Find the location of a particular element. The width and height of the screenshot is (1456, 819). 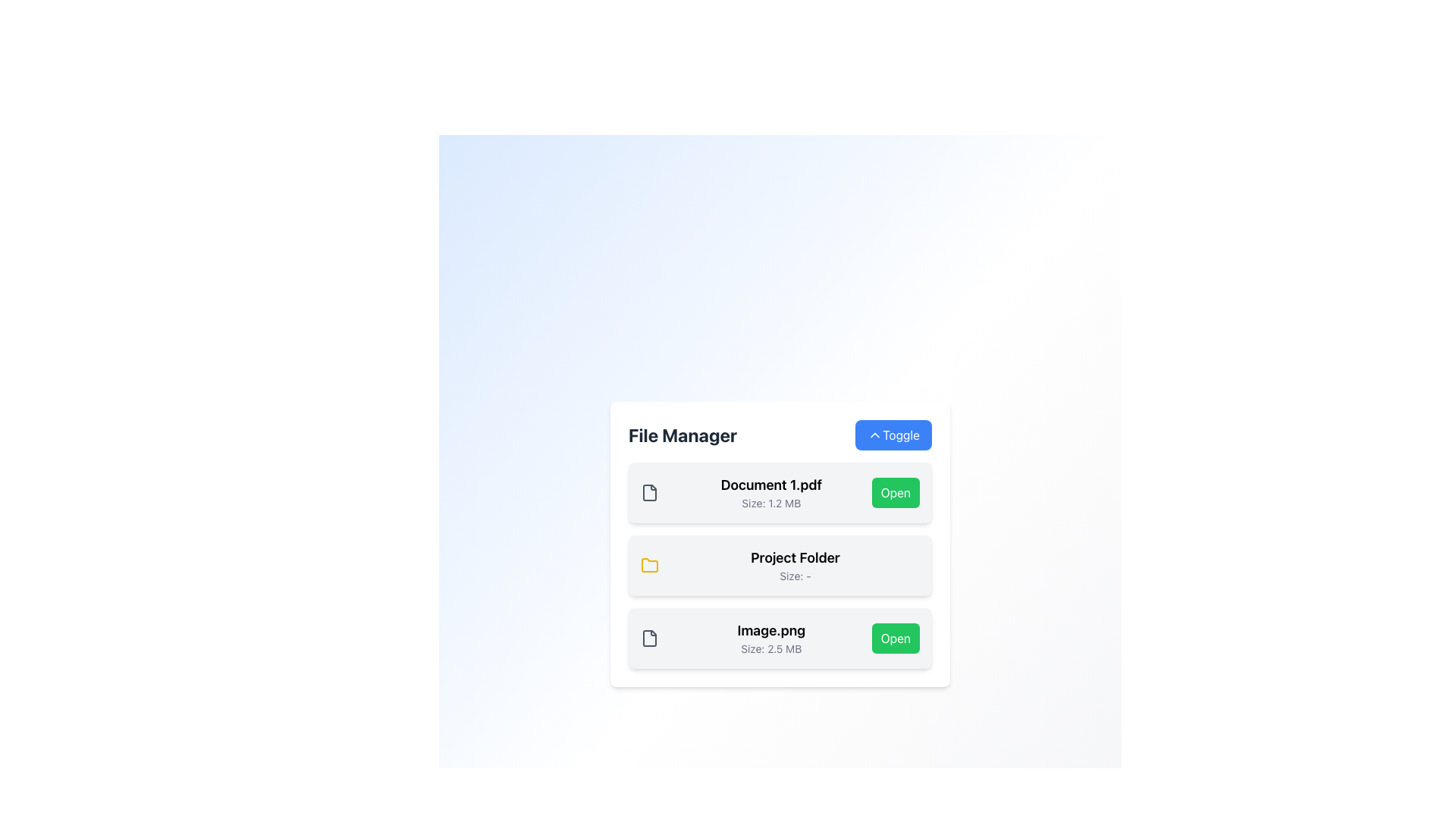

the Text Label that represents the folder name, located in the middle segment of the file list interface, positioned between the cards for 'Document 1.pdf' and 'Image.png' is located at coordinates (795, 558).